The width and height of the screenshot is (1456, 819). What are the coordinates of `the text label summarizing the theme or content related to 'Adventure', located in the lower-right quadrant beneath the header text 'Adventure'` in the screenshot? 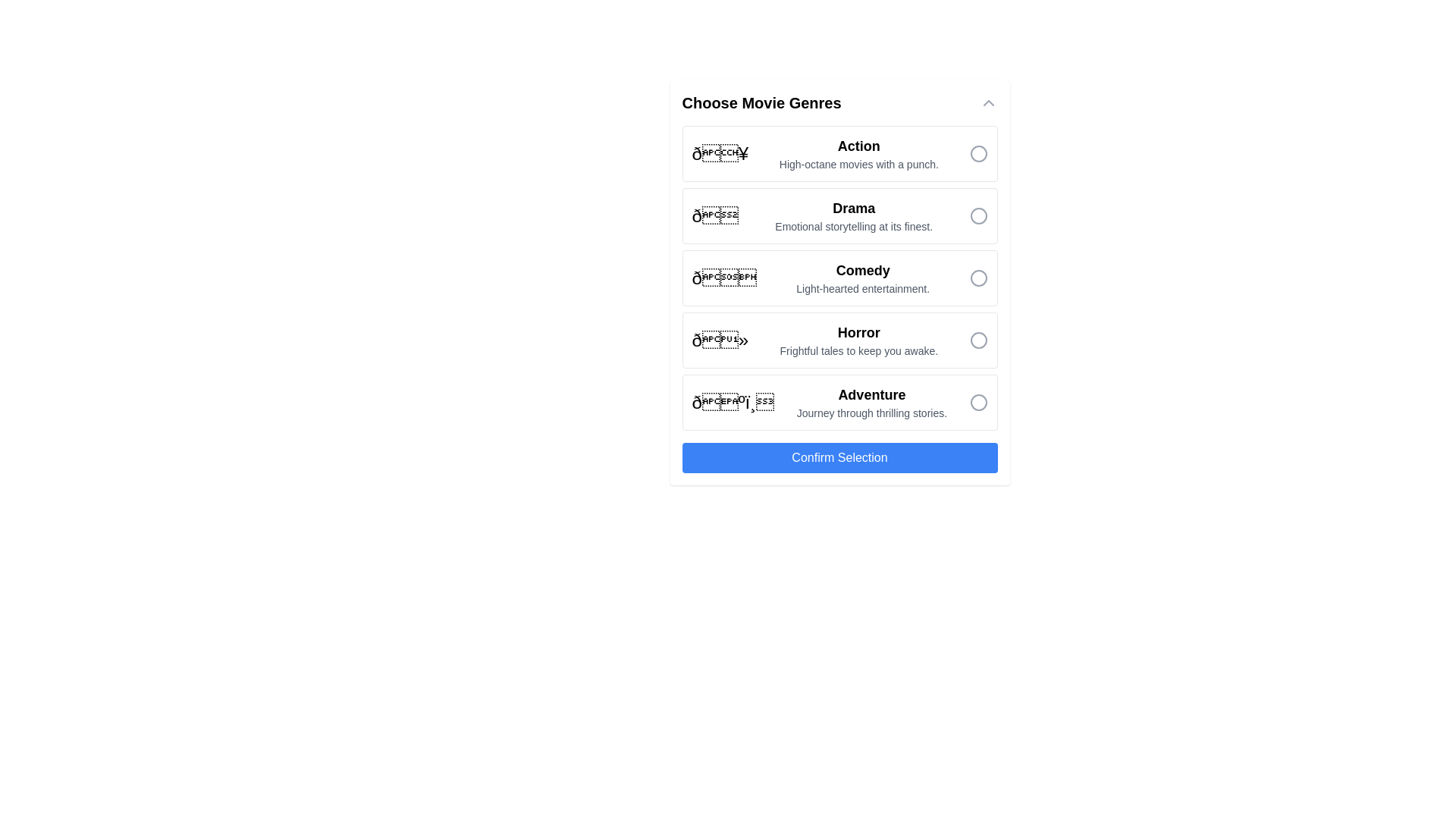 It's located at (871, 413).